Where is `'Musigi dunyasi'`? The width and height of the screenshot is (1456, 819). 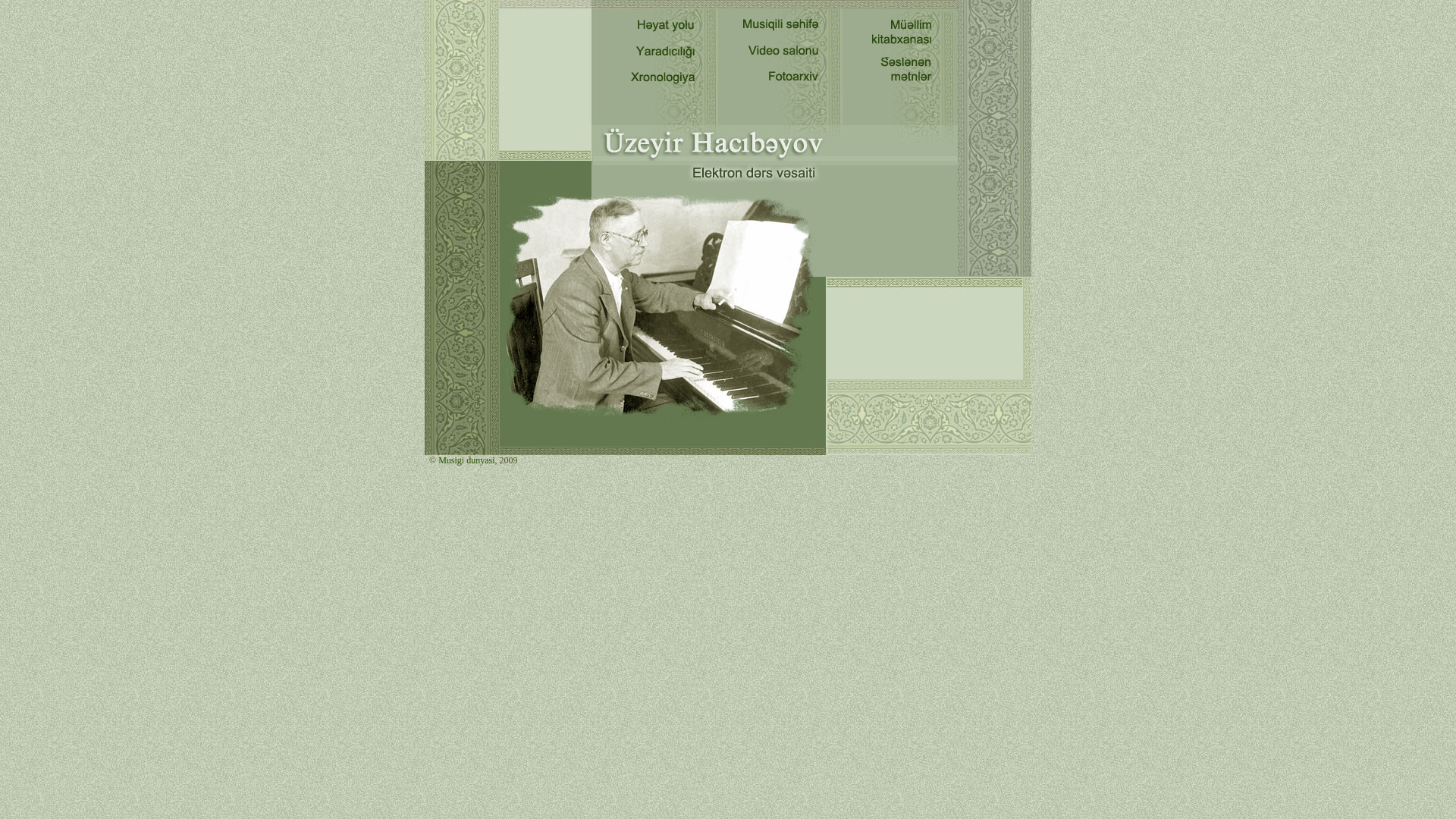
'Musigi dunyasi' is located at coordinates (435, 459).